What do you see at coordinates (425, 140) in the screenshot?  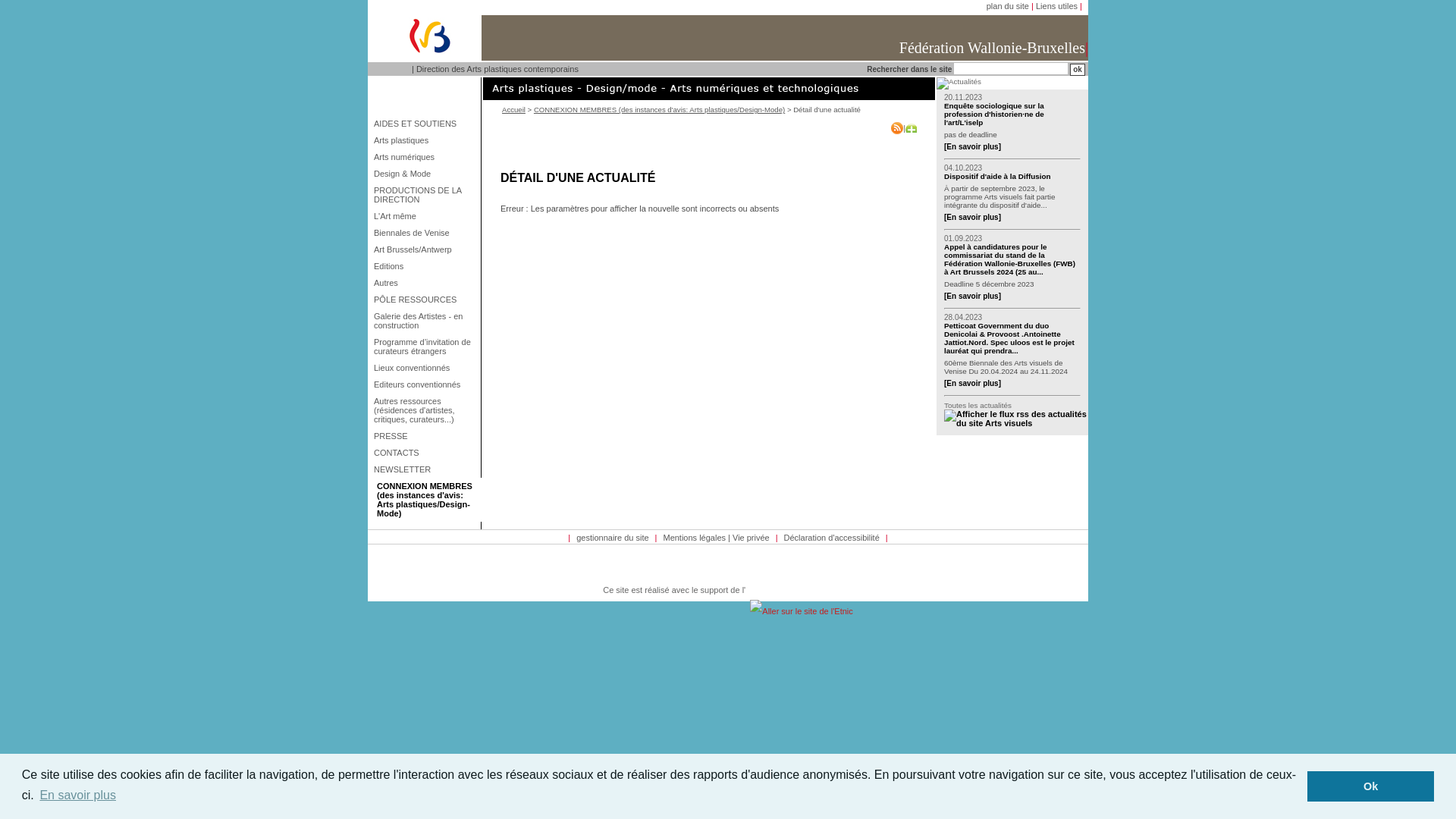 I see `'Arts plastiques'` at bounding box center [425, 140].